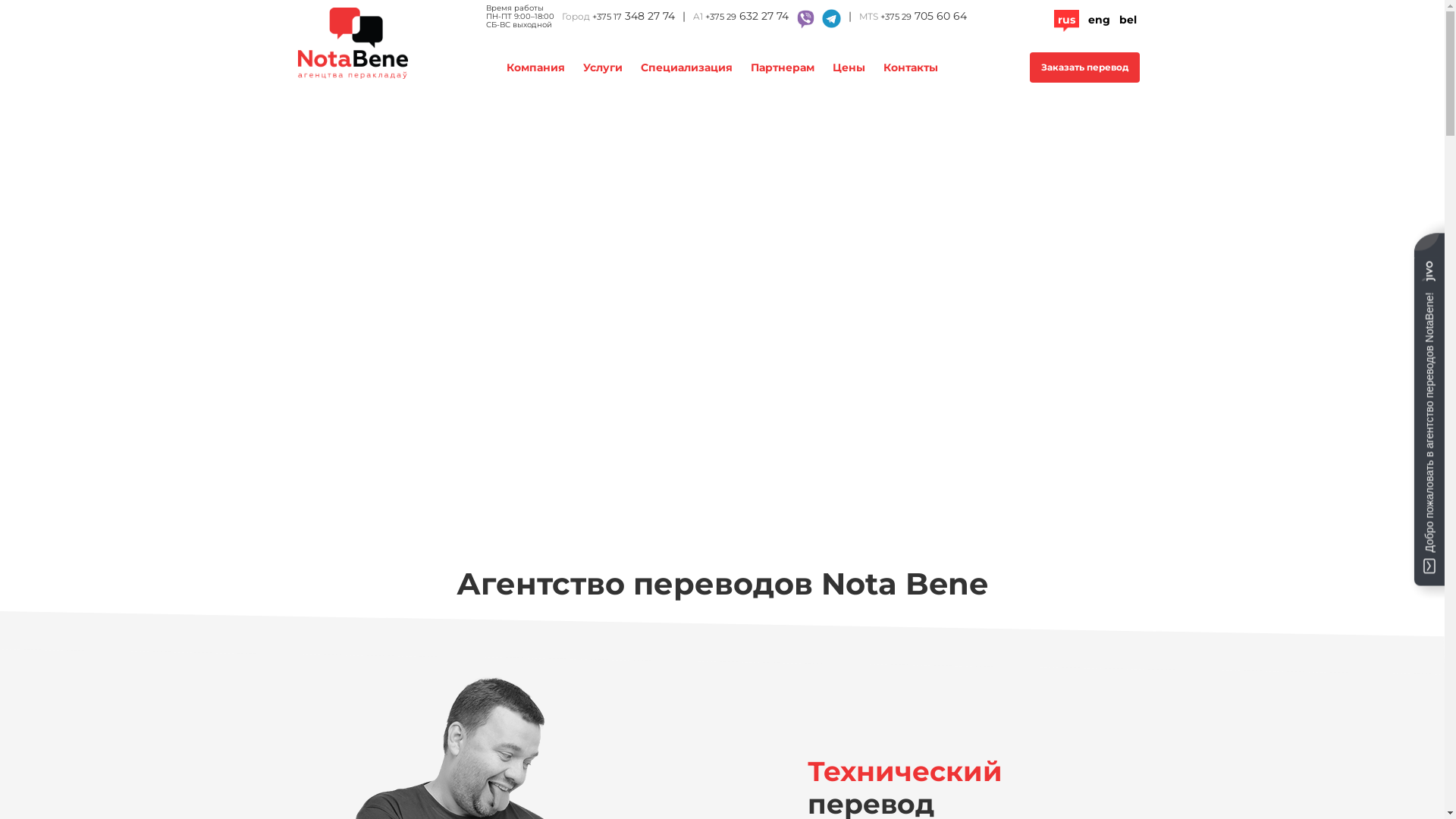 The width and height of the screenshot is (1456, 819). I want to click on '+375 29 632 27 74', so click(746, 17).